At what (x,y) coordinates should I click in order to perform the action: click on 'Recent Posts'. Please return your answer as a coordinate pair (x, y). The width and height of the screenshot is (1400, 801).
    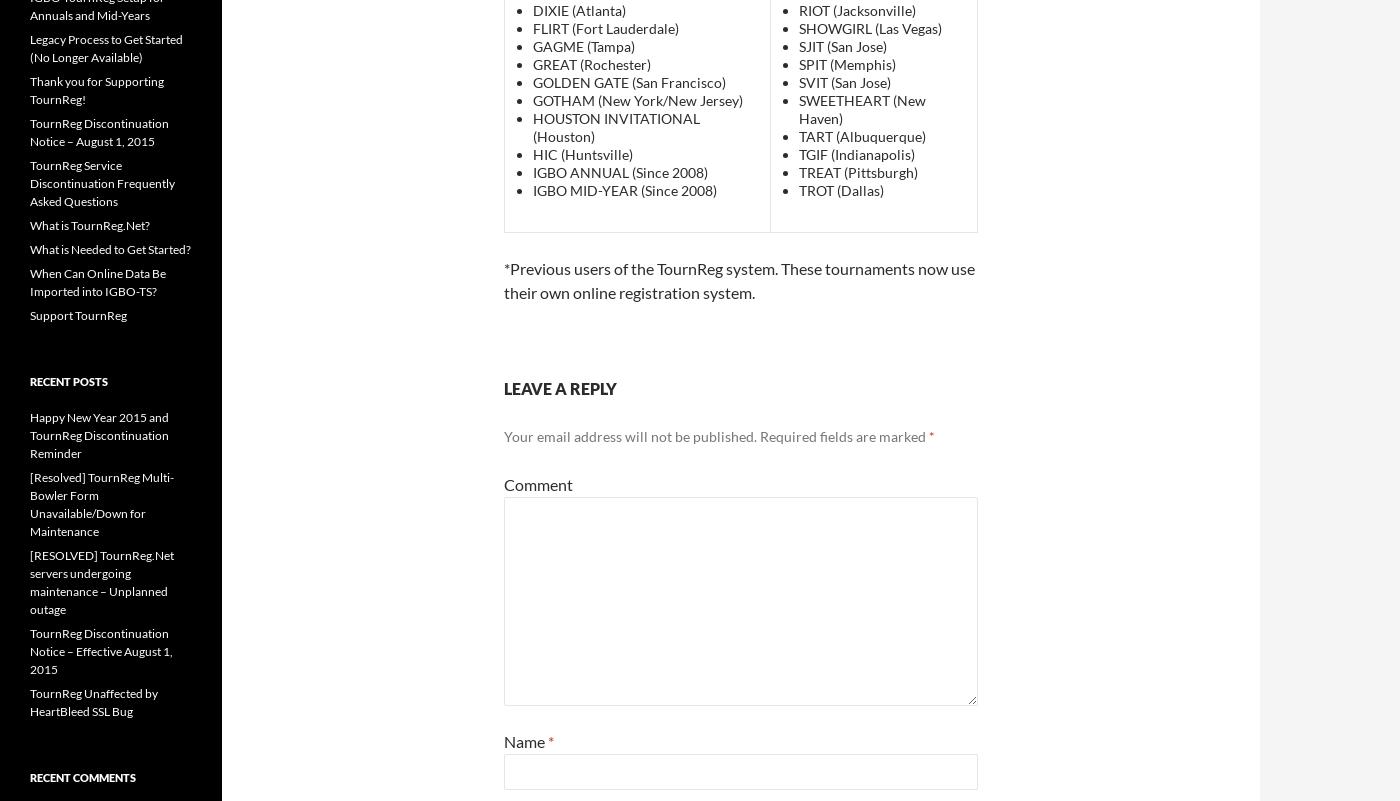
    Looking at the image, I should click on (28, 380).